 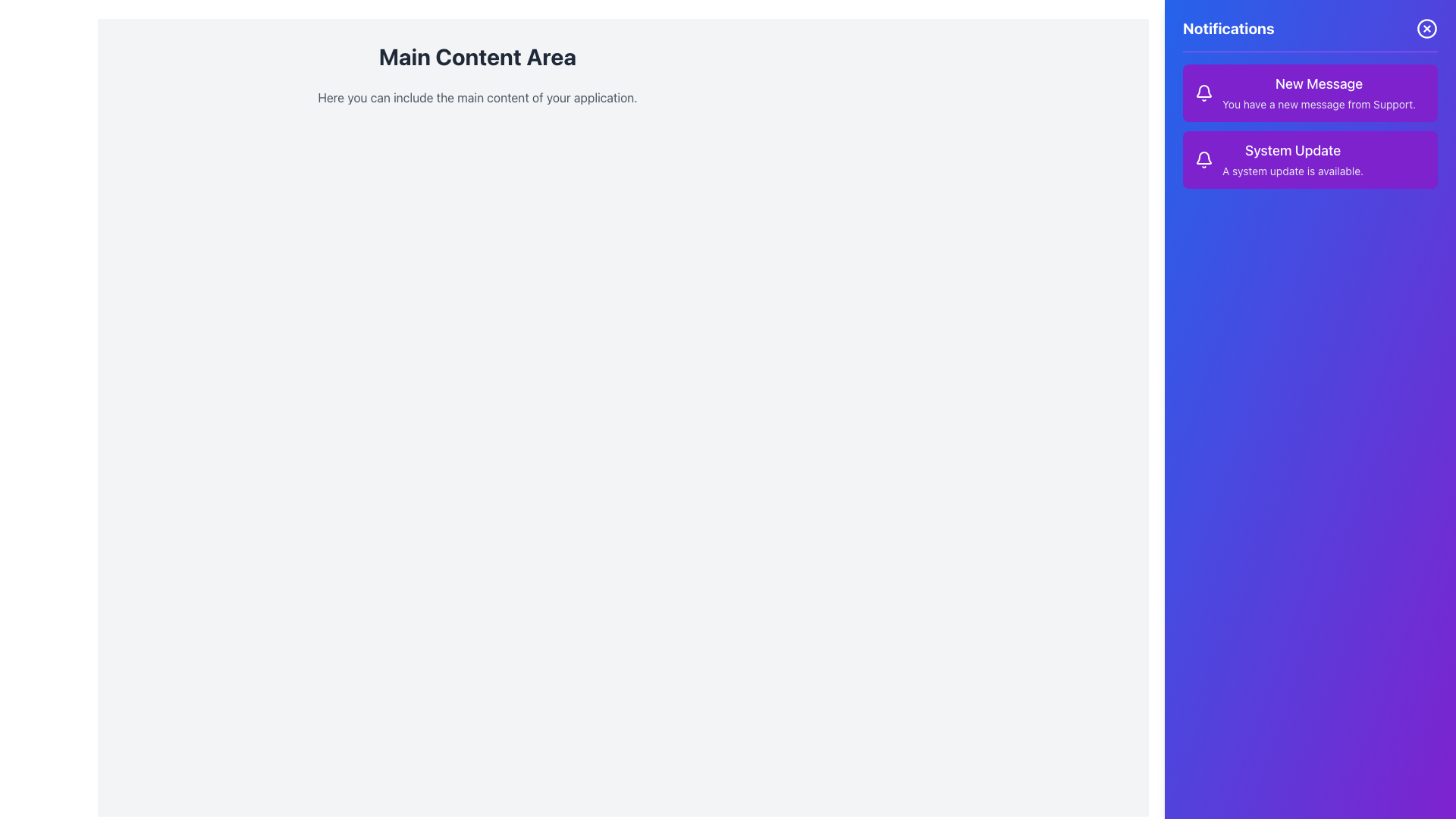 I want to click on the notification icon representing system updates located to the left of the 'System Update' title in the notification card, so click(x=1203, y=160).